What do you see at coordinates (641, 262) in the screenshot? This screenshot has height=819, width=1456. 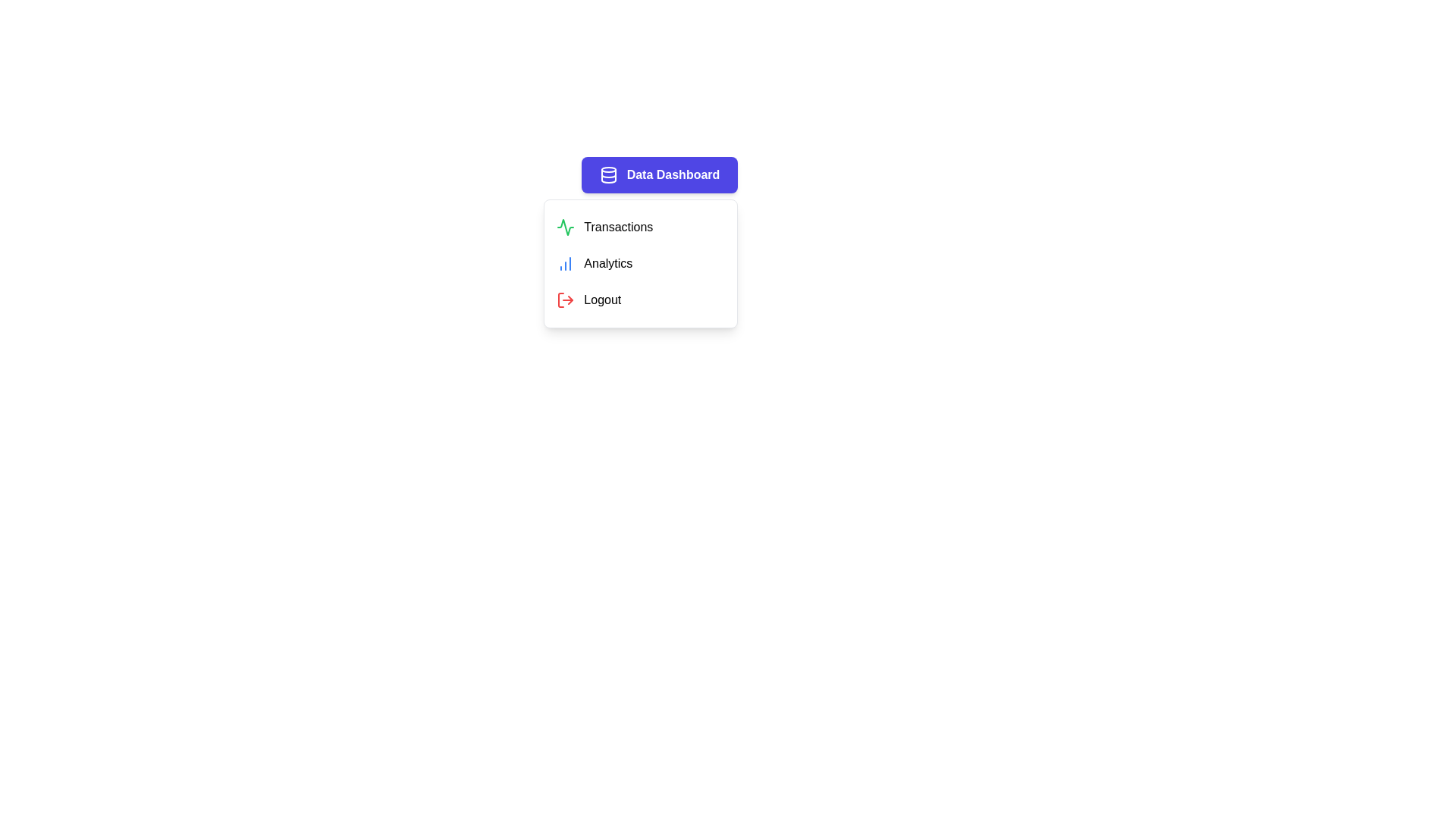 I see `the 'Analytics' menu item to navigate to the analytics section` at bounding box center [641, 262].